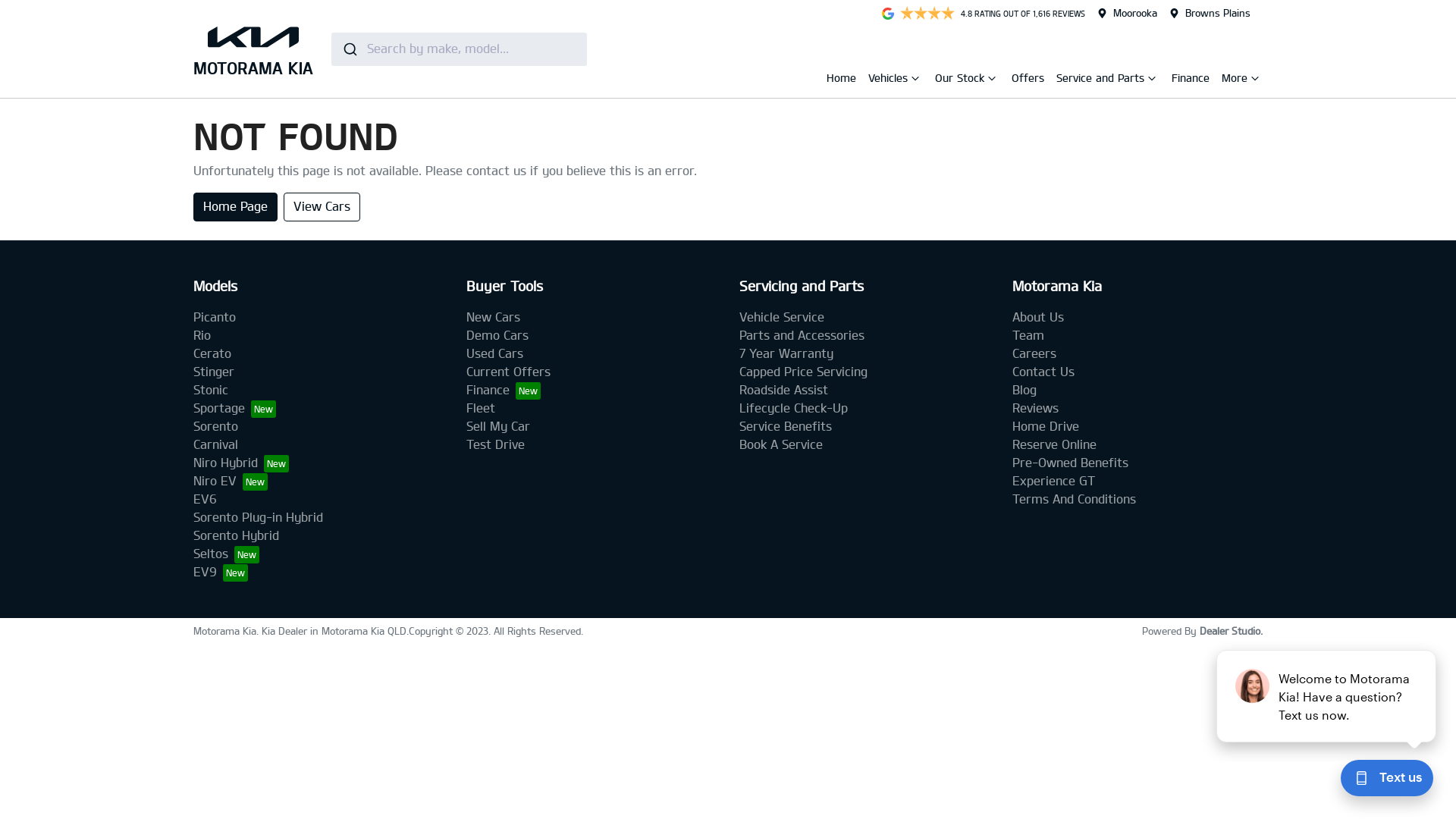  Describe the element at coordinates (1034, 407) in the screenshot. I see `'Reviews'` at that location.